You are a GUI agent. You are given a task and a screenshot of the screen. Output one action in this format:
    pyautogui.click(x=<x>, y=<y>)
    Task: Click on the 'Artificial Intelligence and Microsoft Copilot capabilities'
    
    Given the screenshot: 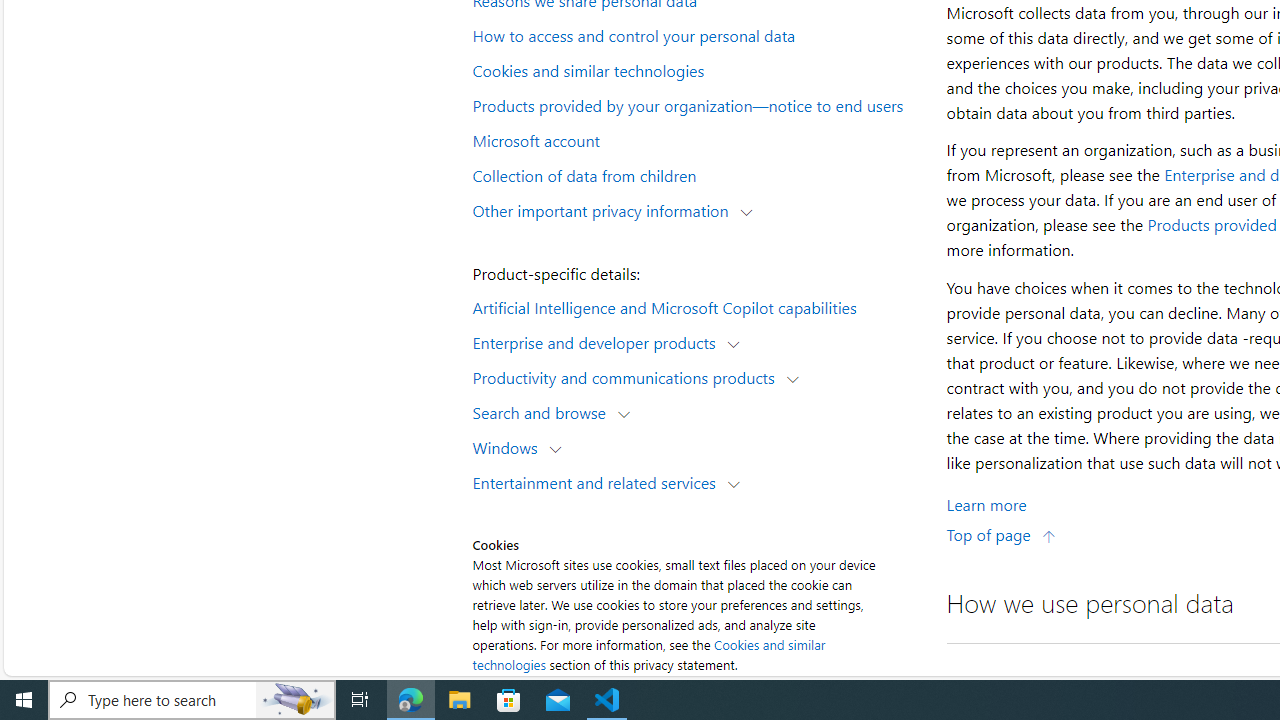 What is the action you would take?
    pyautogui.click(x=696, y=306)
    